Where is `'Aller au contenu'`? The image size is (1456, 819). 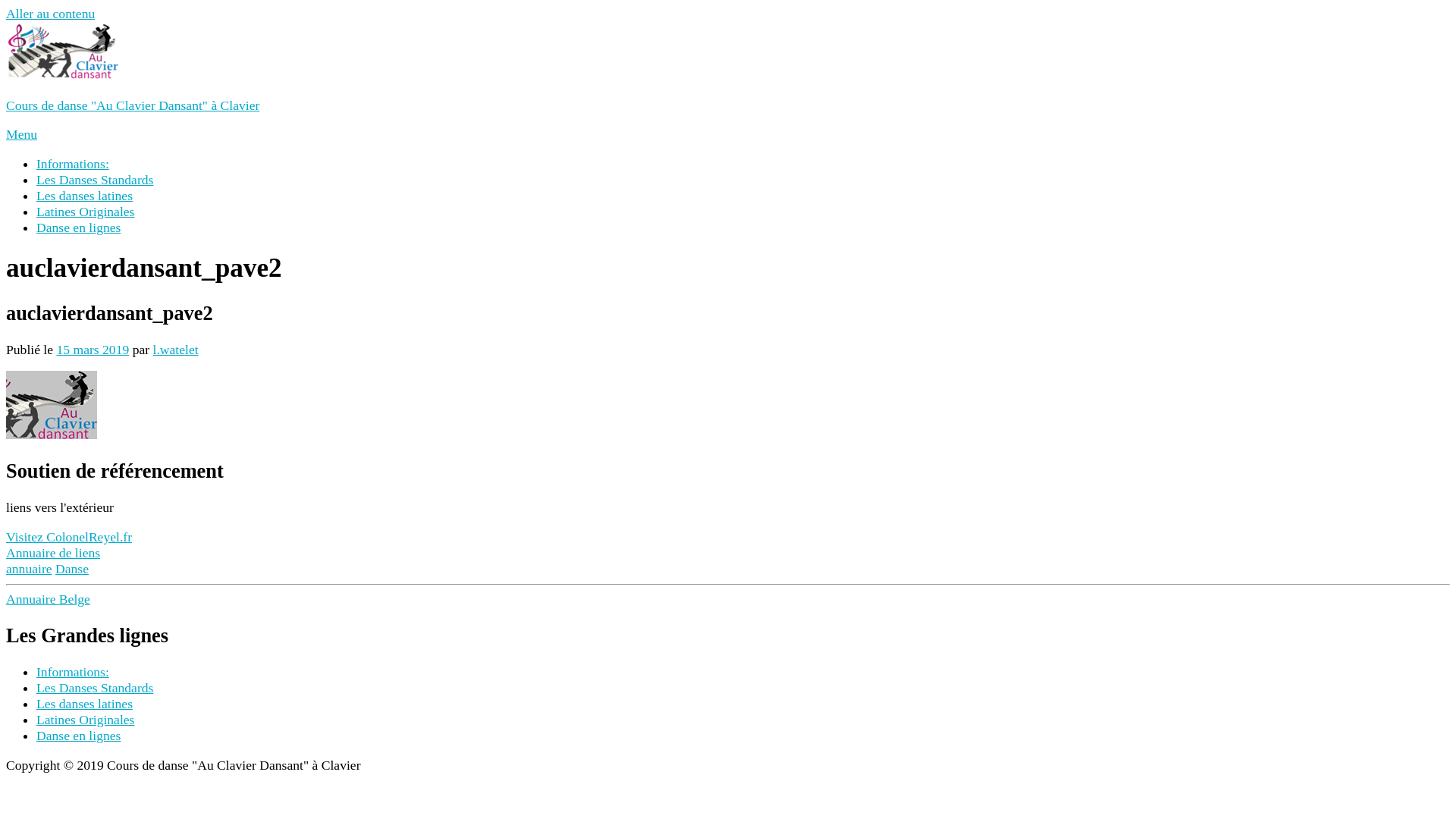 'Aller au contenu' is located at coordinates (50, 14).